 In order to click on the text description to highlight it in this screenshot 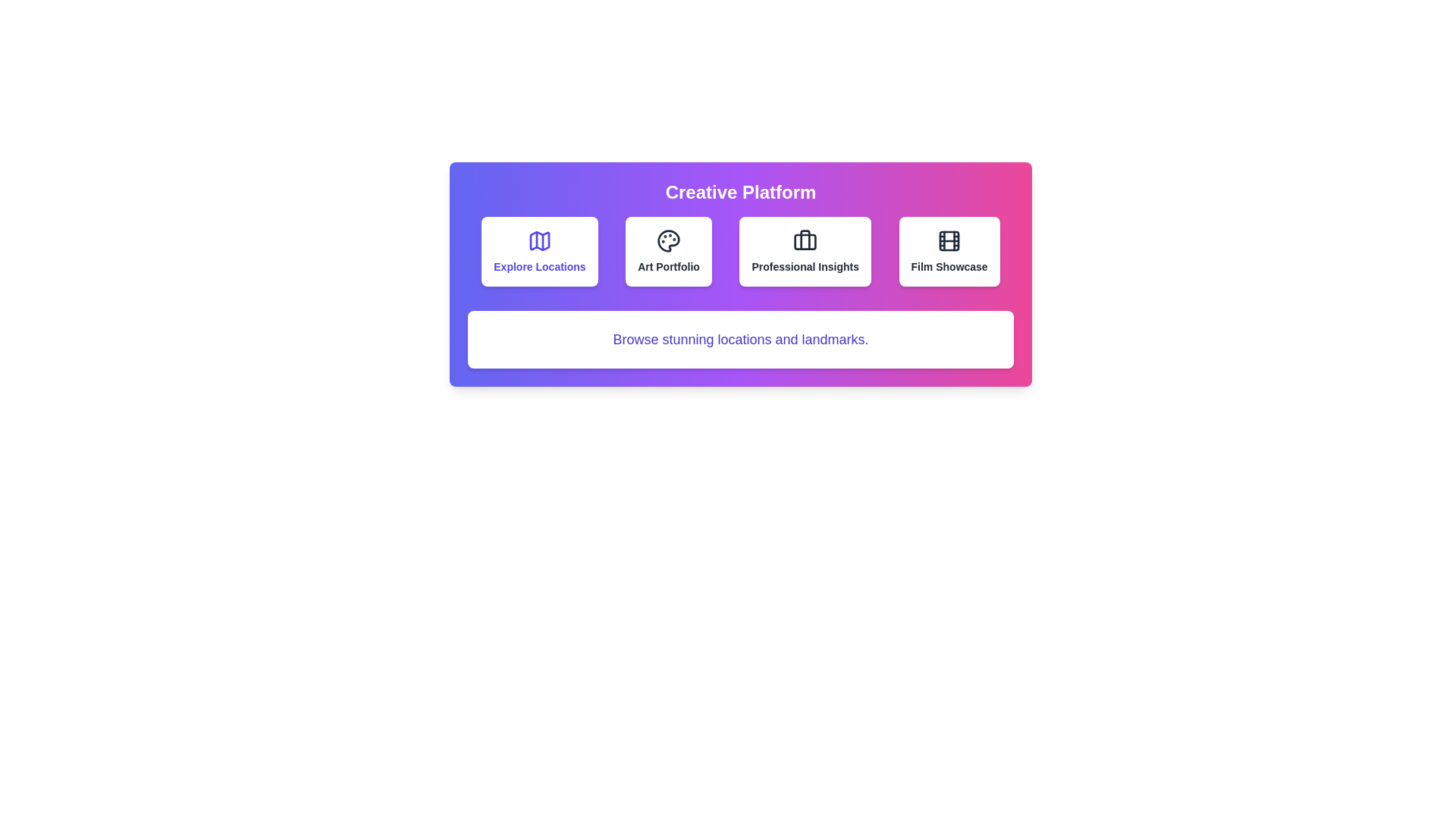, I will do `click(741, 338)`.